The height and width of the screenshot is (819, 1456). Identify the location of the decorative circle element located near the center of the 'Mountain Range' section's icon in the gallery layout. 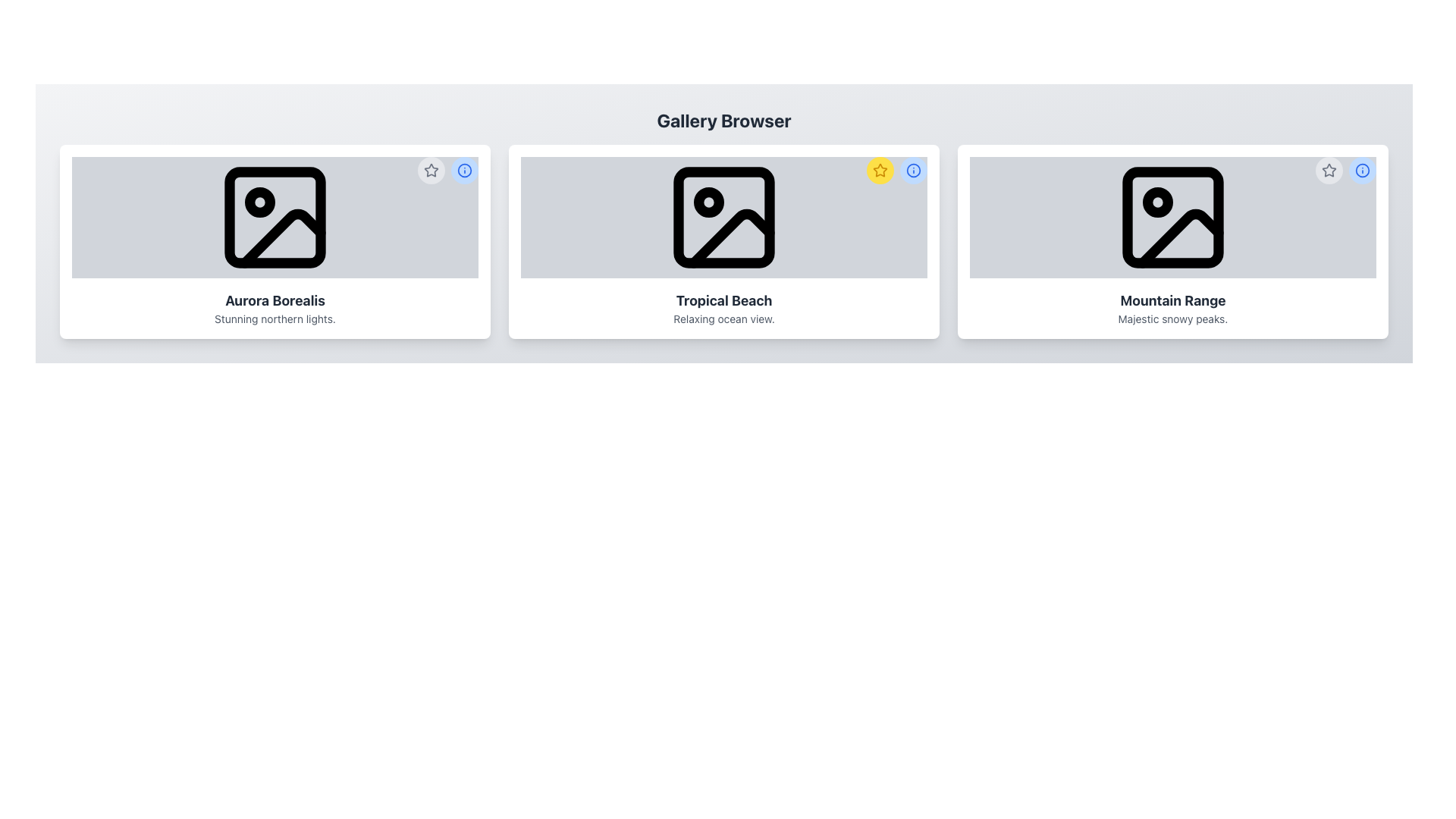
(1156, 201).